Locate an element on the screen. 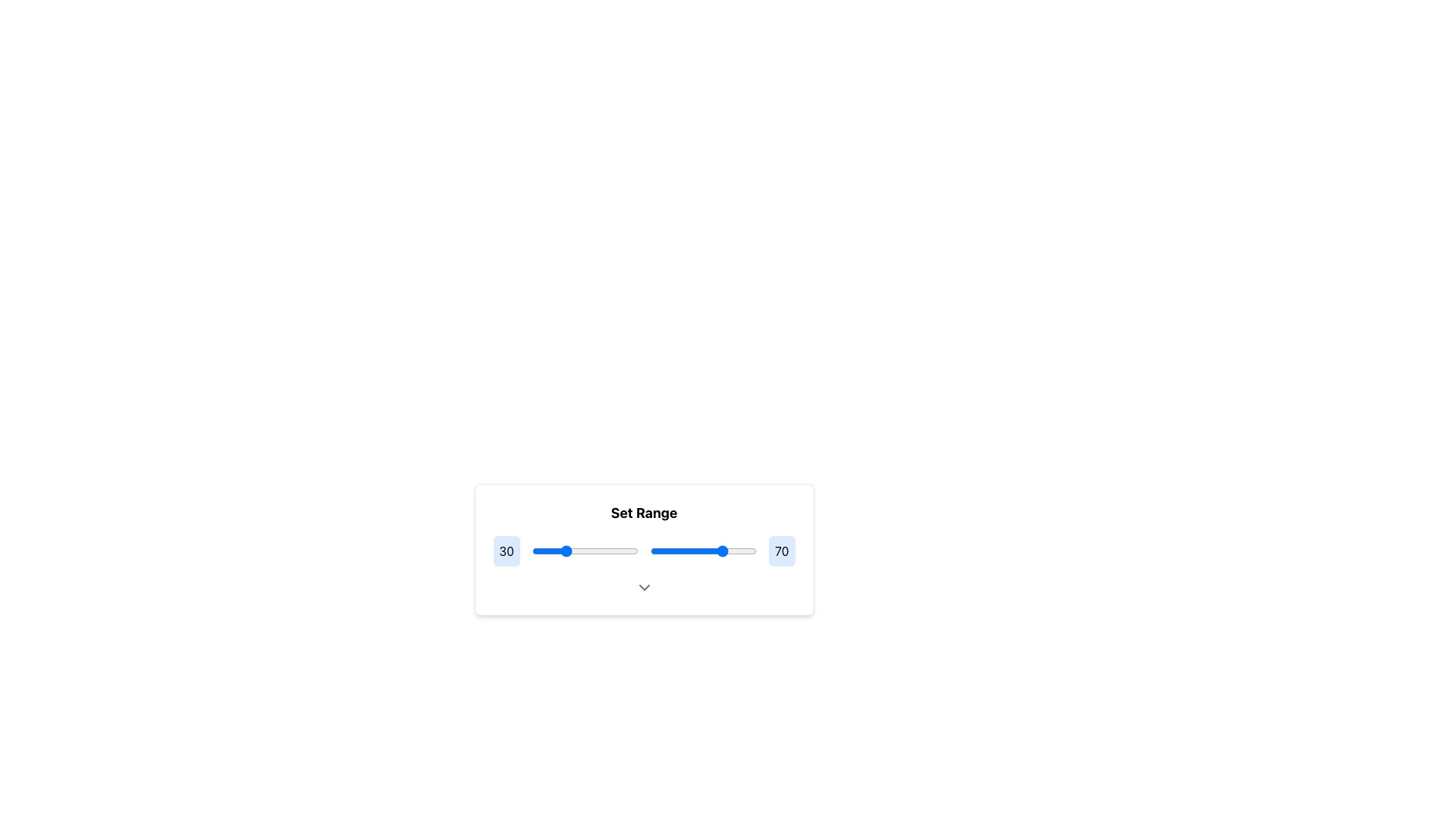 The image size is (1456, 819). the start value of the range slider is located at coordinates (607, 551).